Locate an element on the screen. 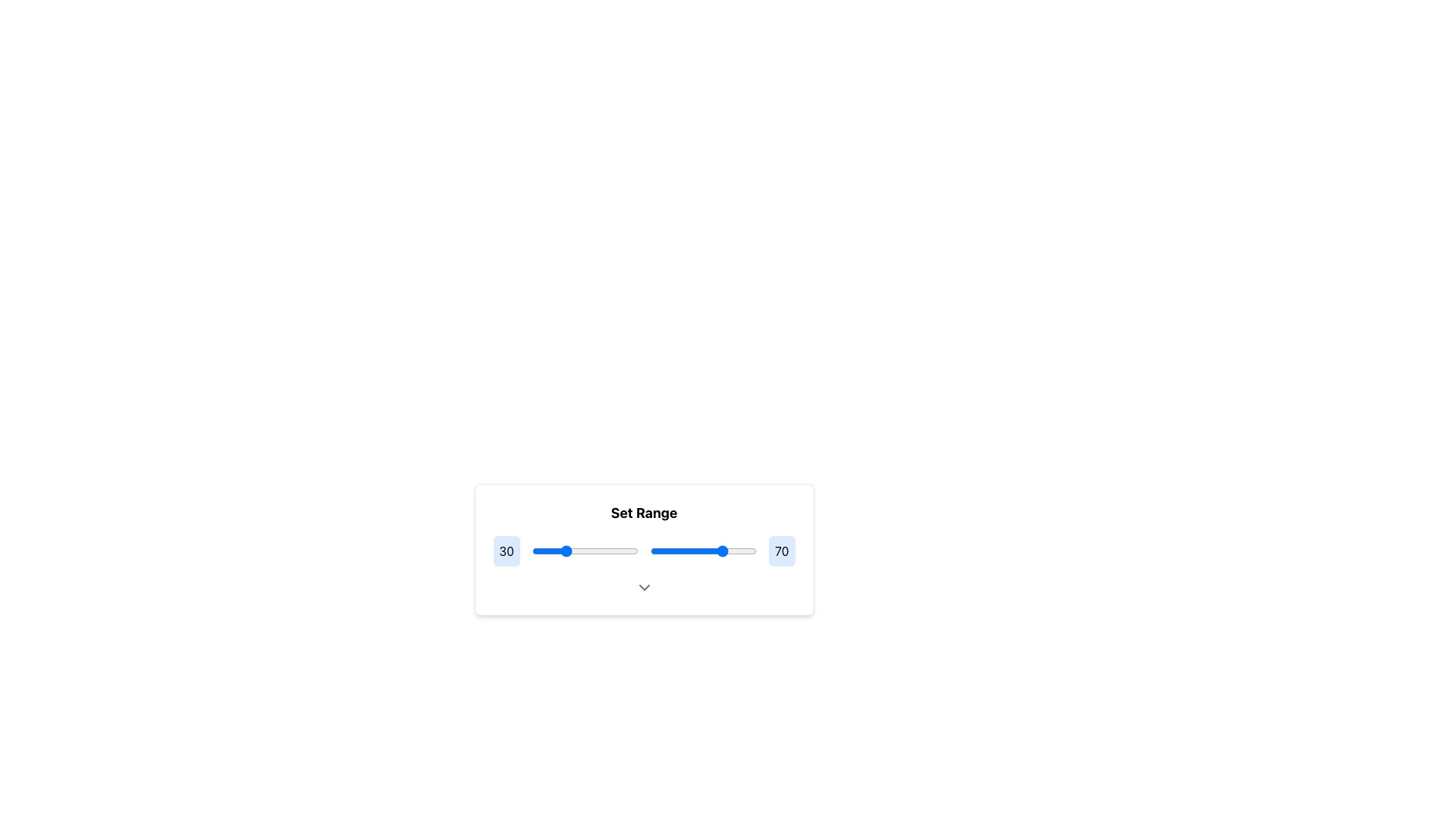 The image size is (1456, 819). the start value of the range slider is located at coordinates (607, 551).